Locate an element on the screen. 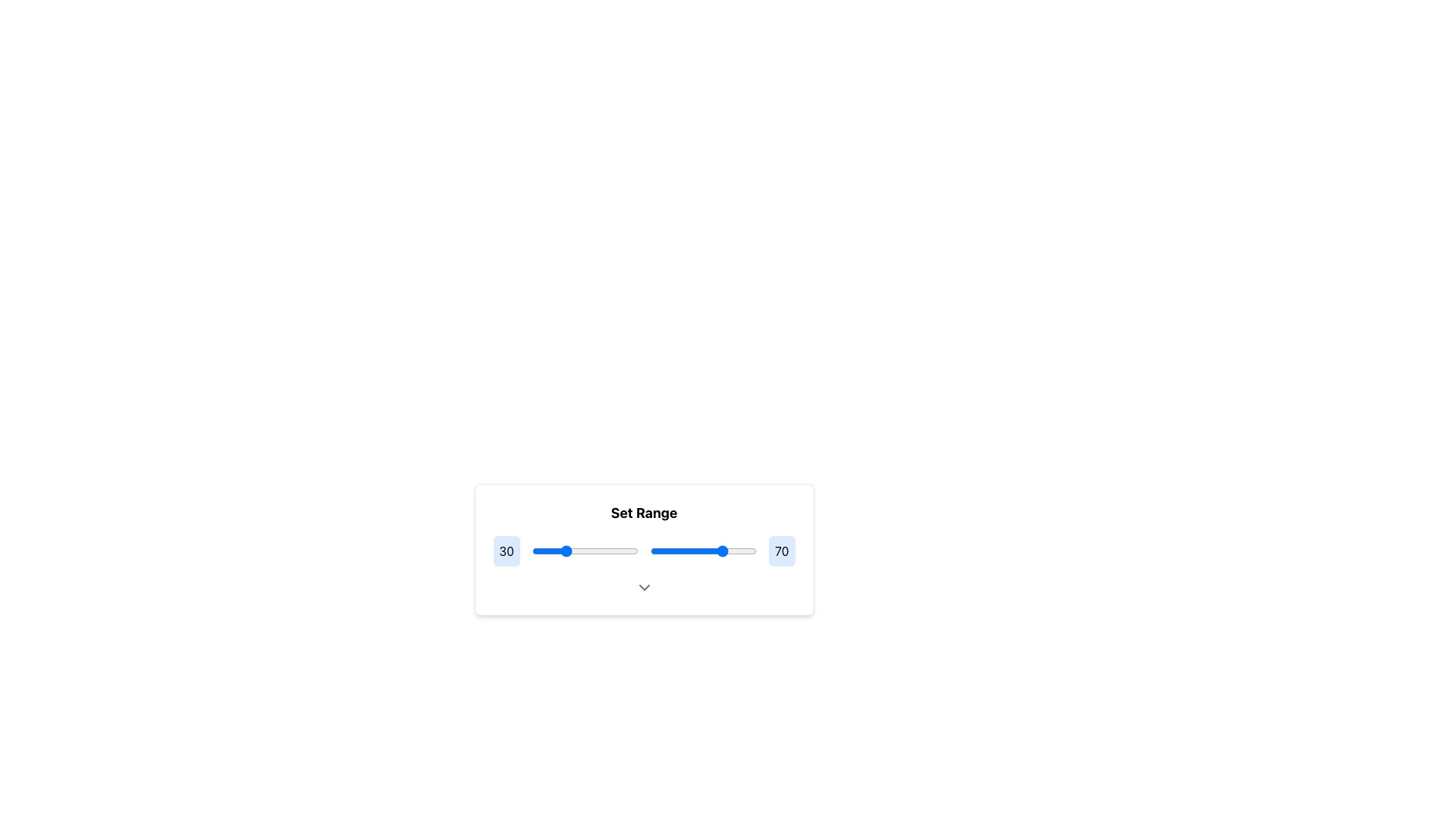 The image size is (1456, 819). the start value of the range slider is located at coordinates (607, 551).